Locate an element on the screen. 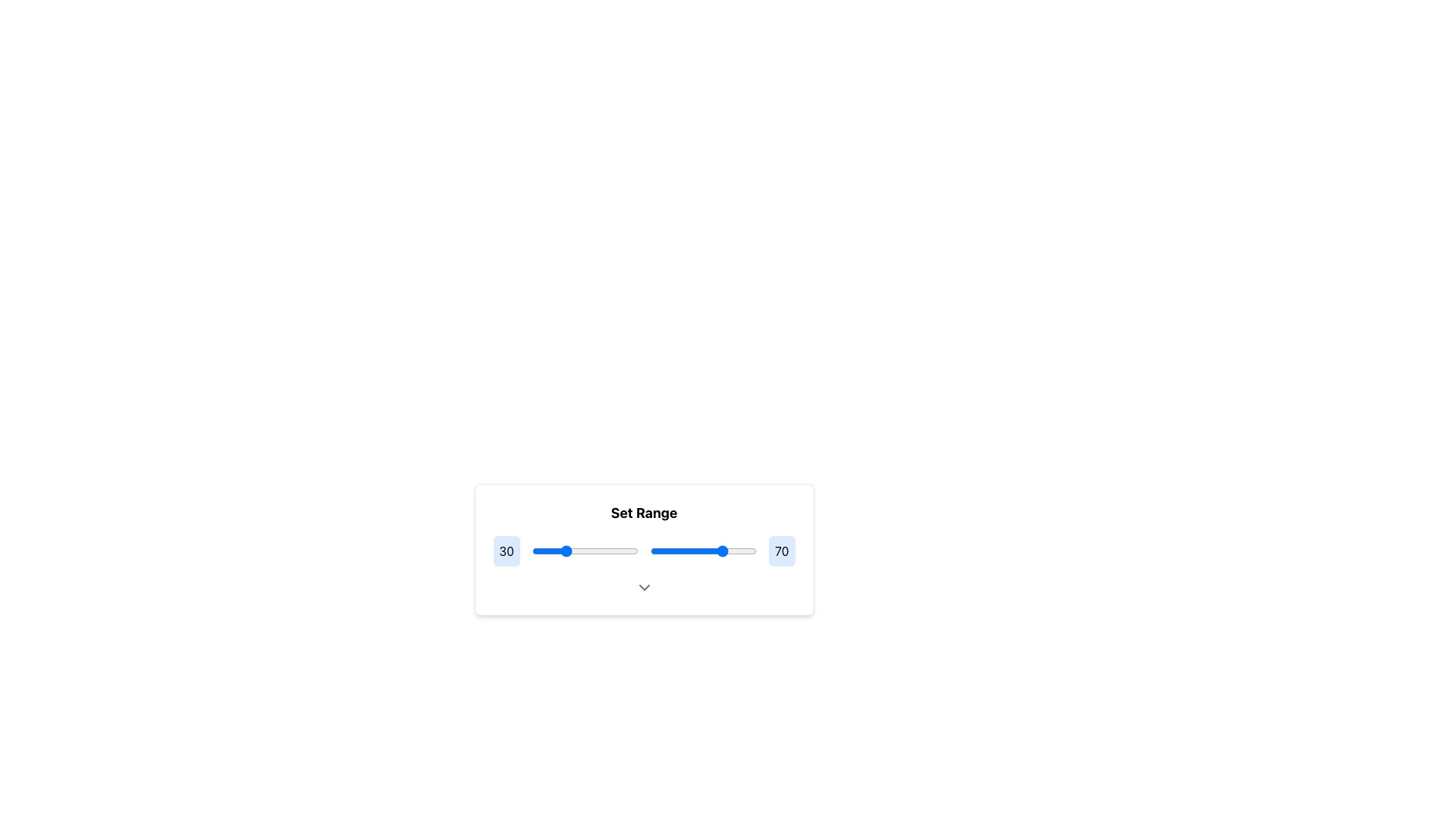 The image size is (1456, 819). the start value of the range slider is located at coordinates (607, 551).